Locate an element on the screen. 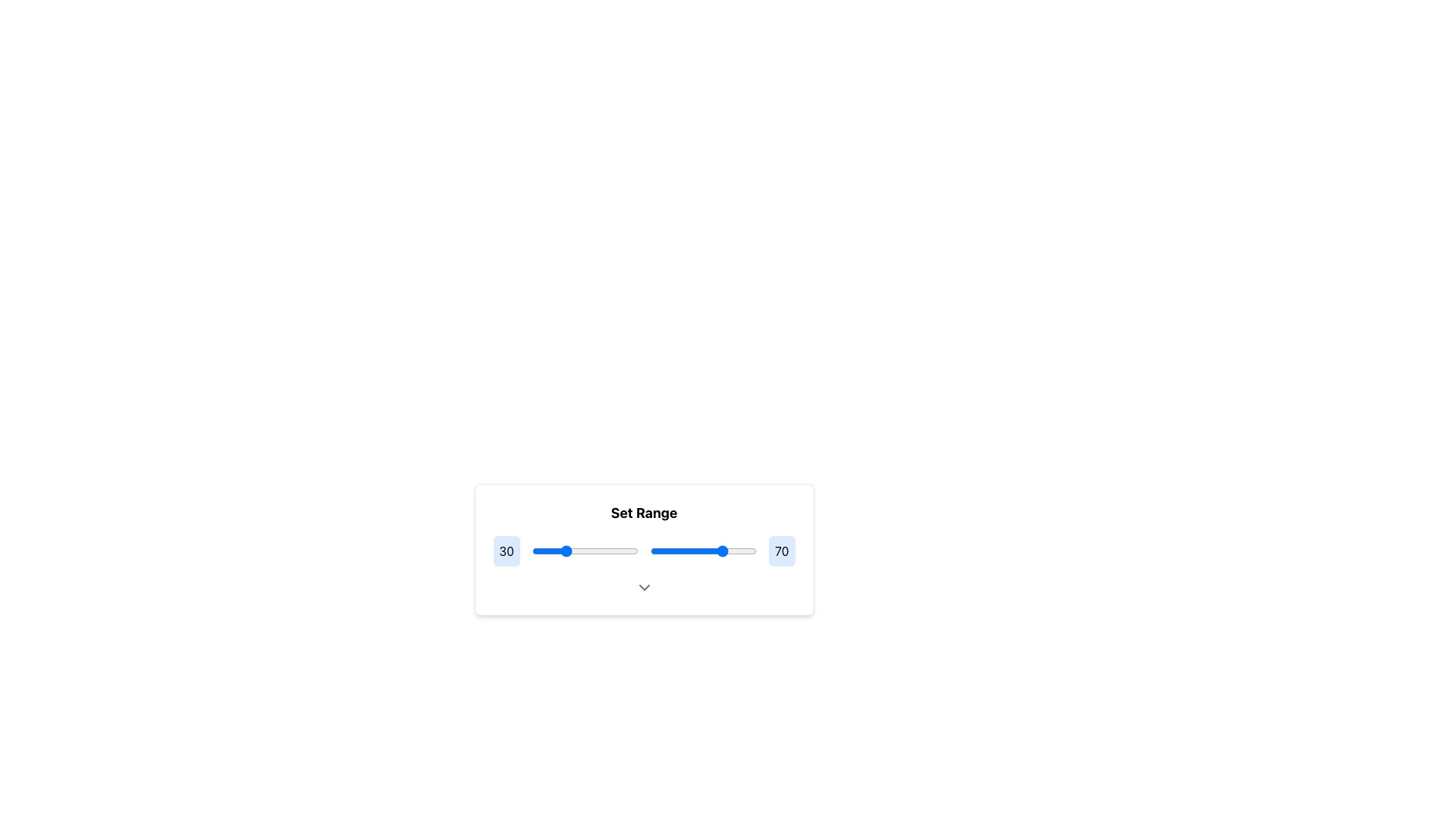 The image size is (1456, 819). the start value of the range slider is located at coordinates (607, 551).